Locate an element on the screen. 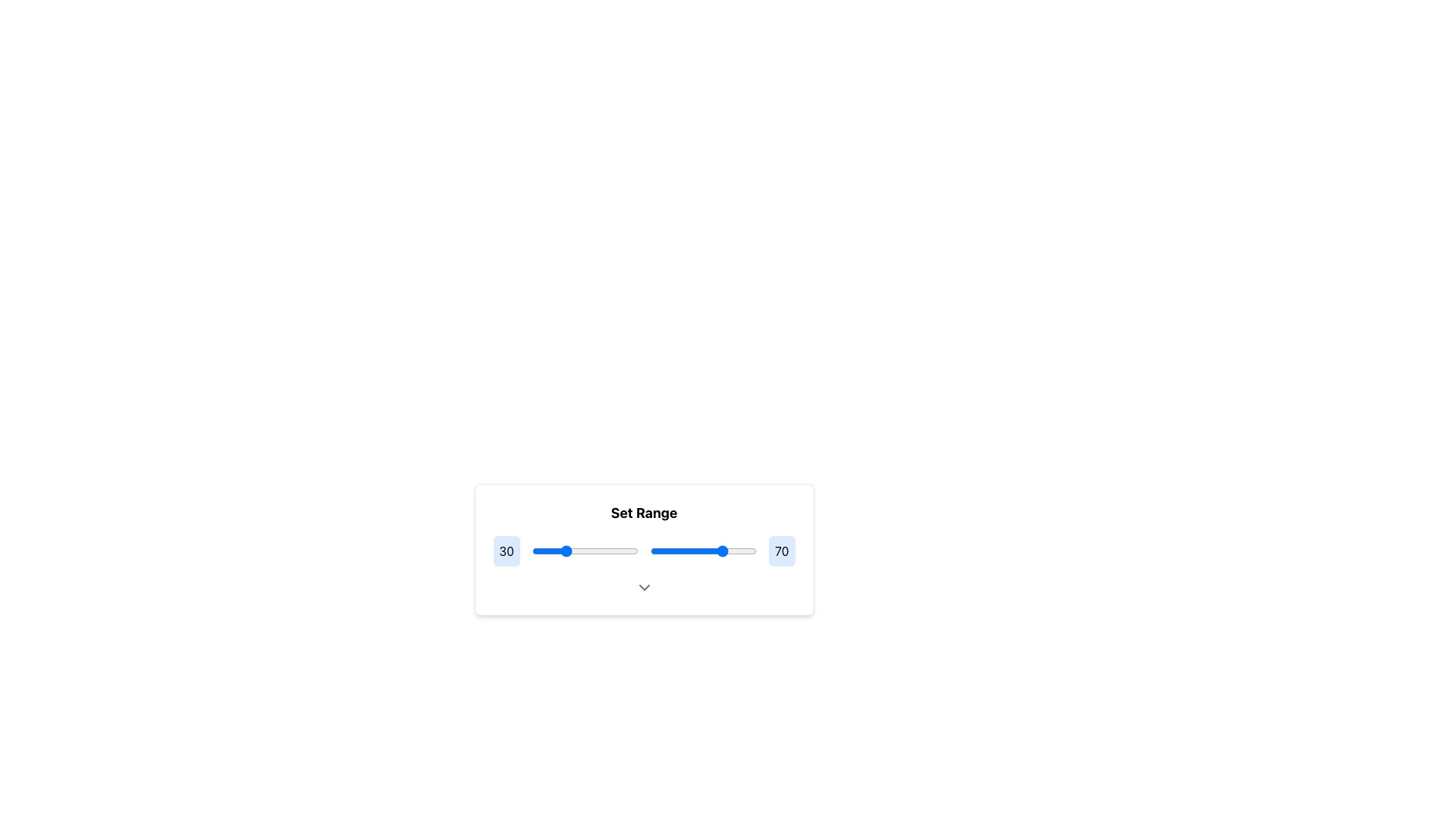 The image size is (1456, 819). the start value of the range slider is located at coordinates (607, 551).